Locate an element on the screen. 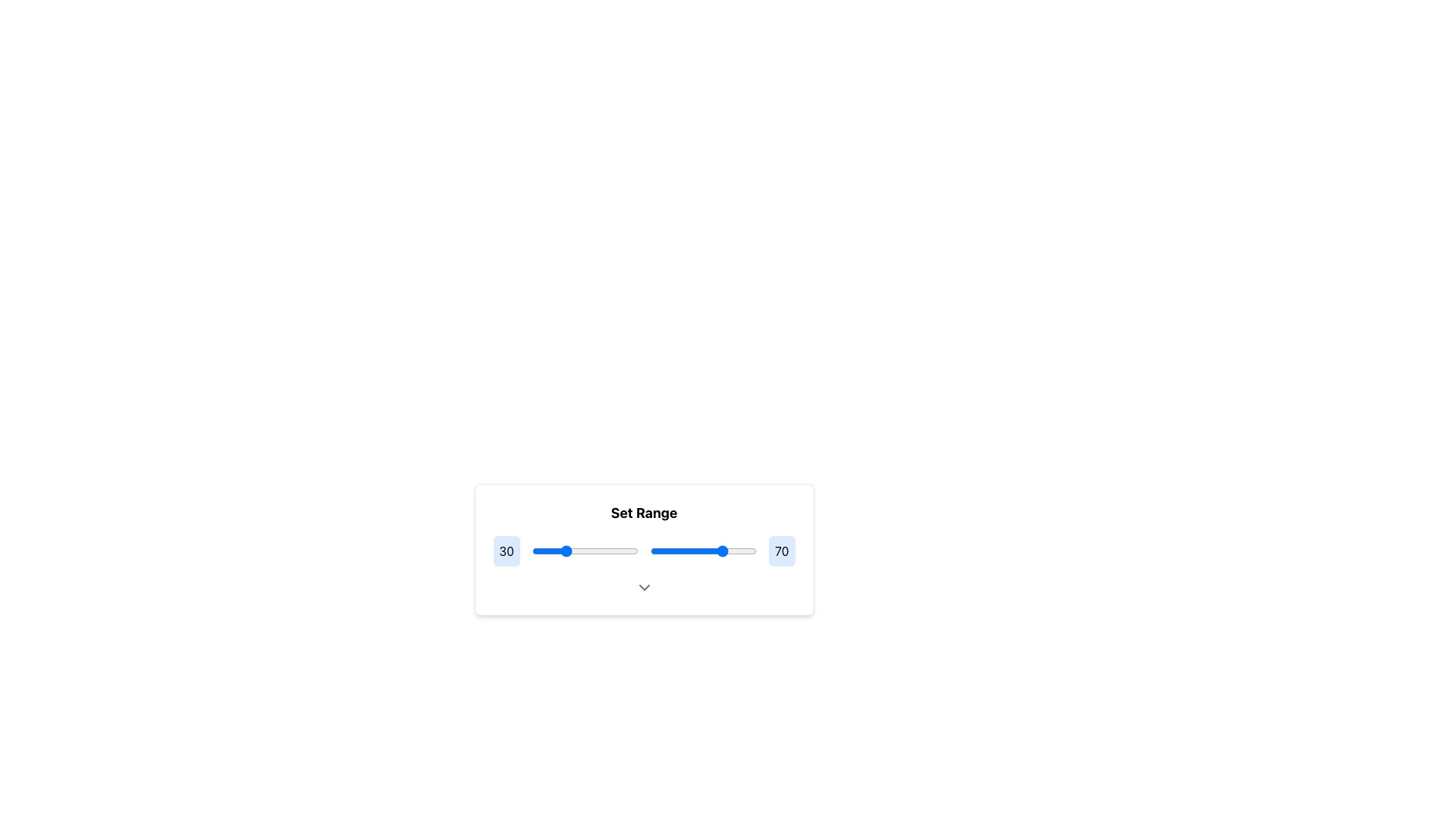 The image size is (1456, 819). the start value of the range slider is located at coordinates (607, 551).